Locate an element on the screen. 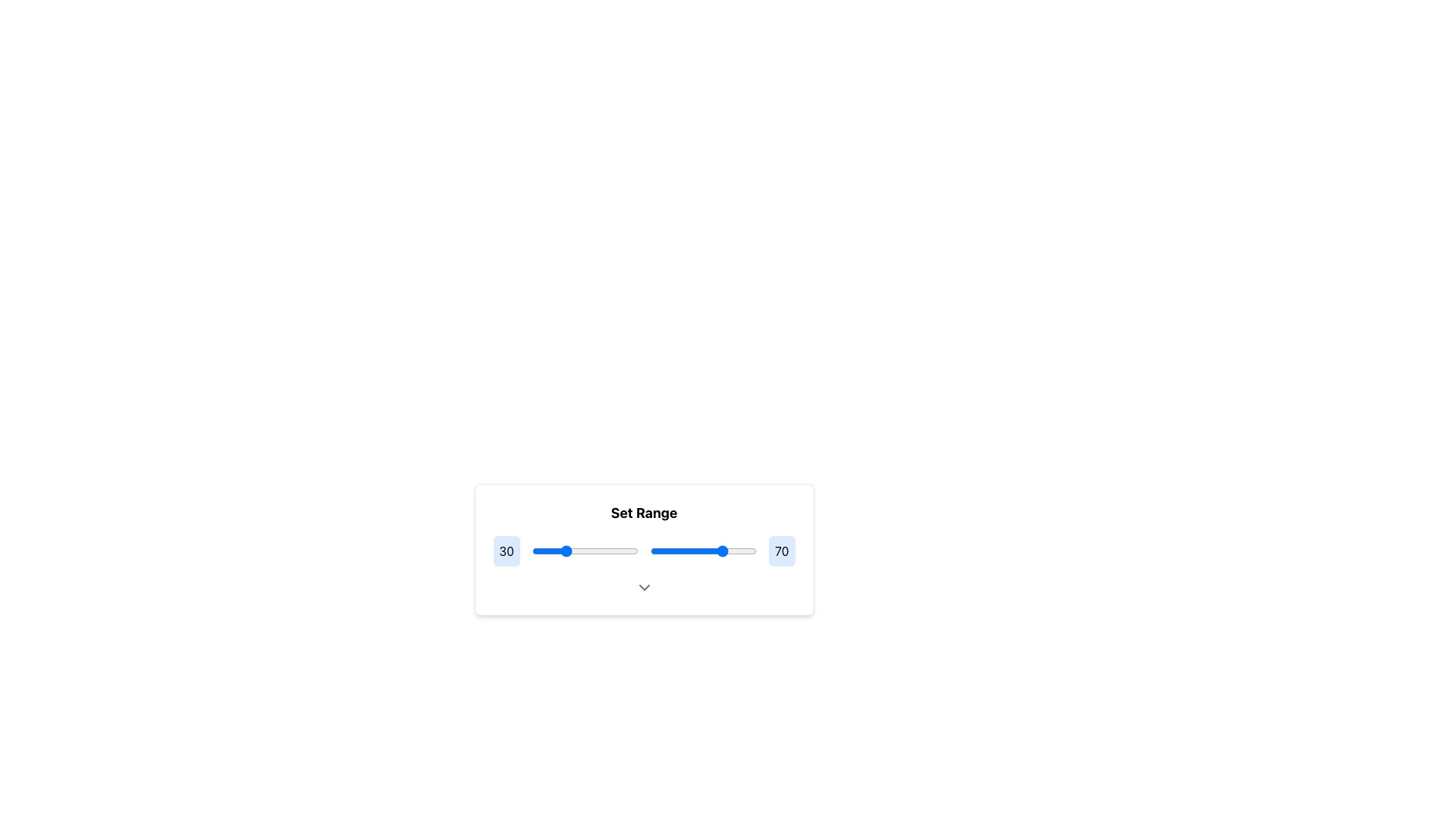 The image size is (1456, 819). the start value of the range slider is located at coordinates (607, 551).